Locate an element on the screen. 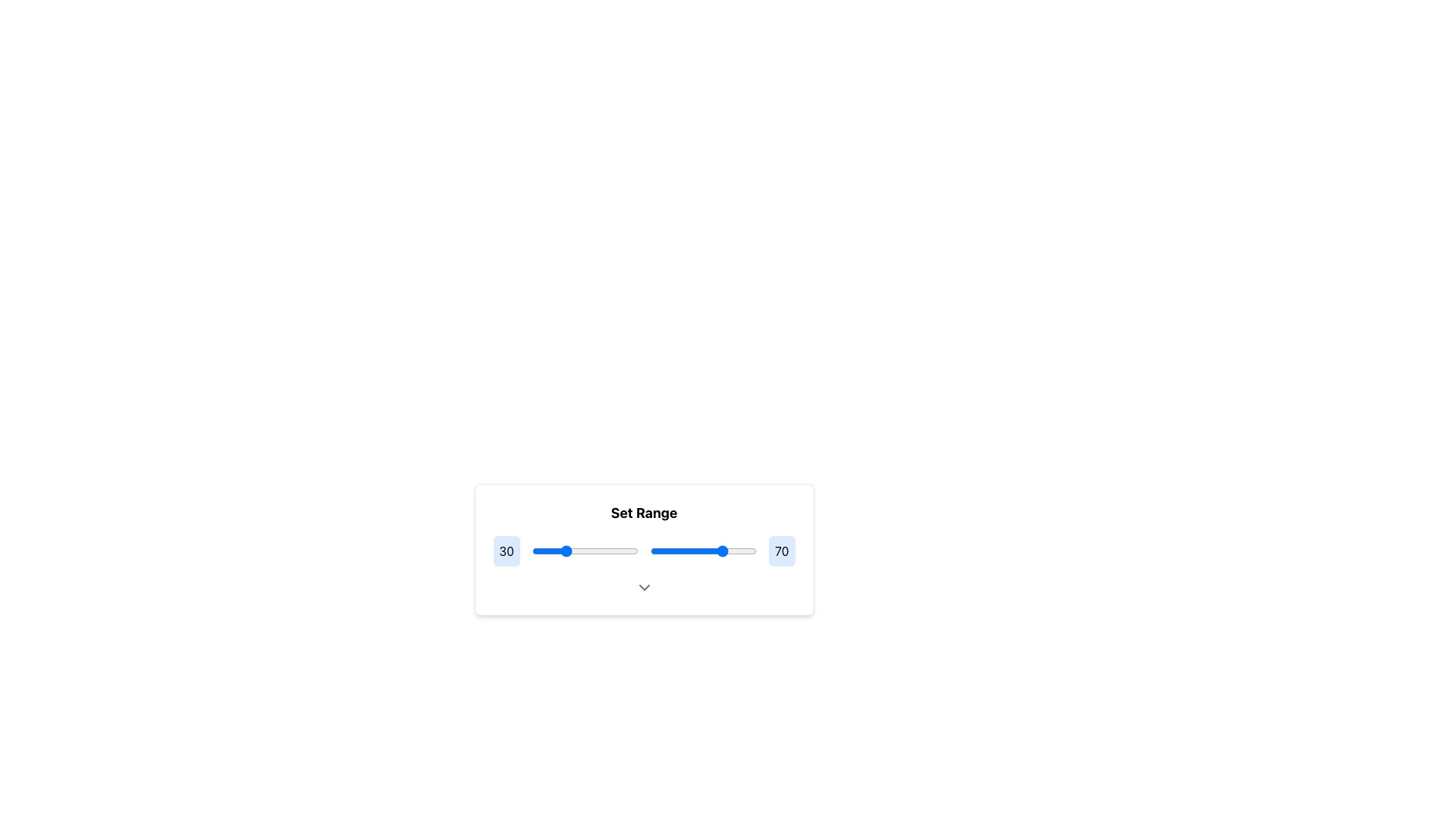 The image size is (1456, 819). the start value of the range slider is located at coordinates (607, 551).